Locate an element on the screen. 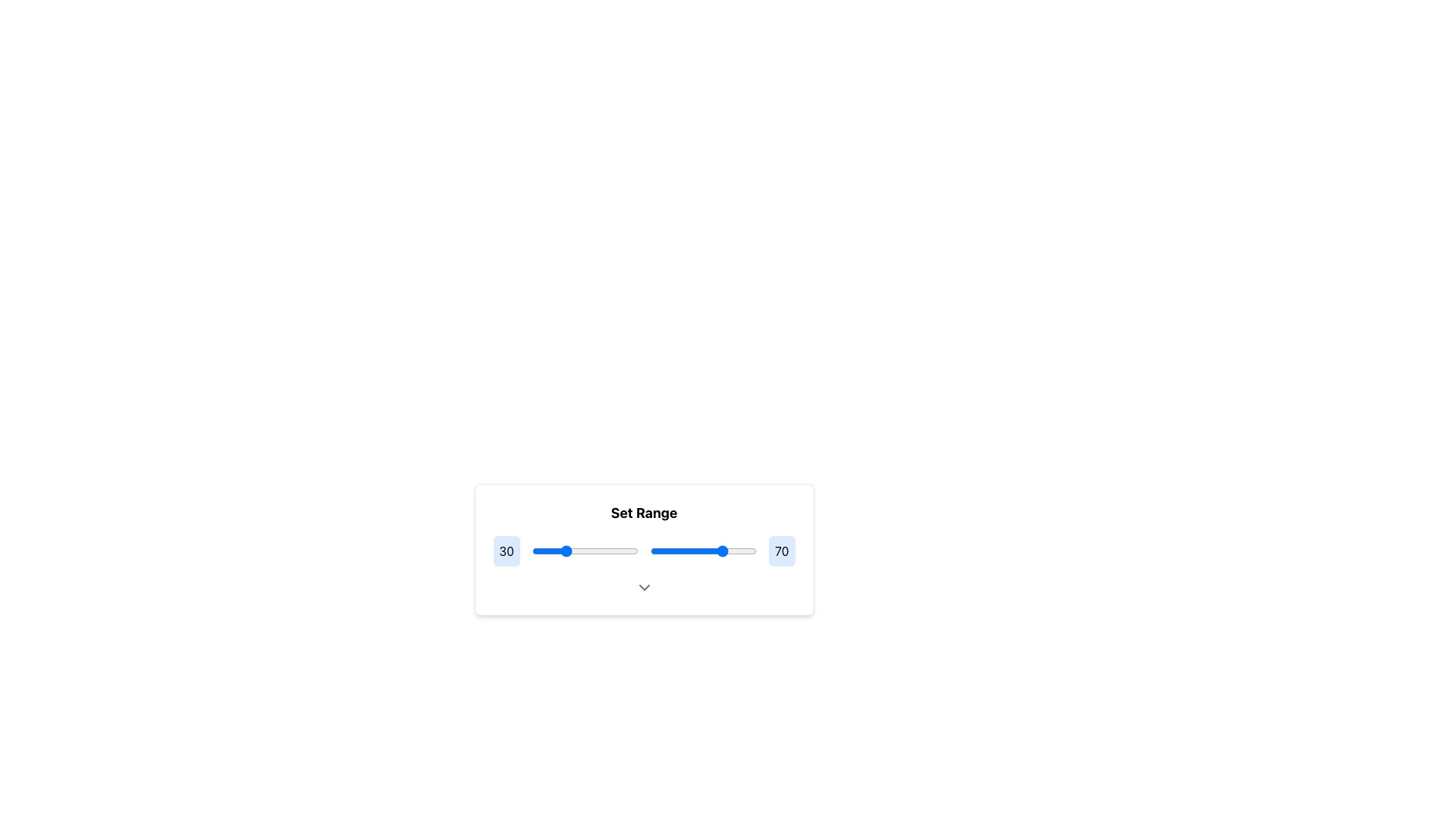 The image size is (1456, 819). the start value of the range slider is located at coordinates (607, 551).